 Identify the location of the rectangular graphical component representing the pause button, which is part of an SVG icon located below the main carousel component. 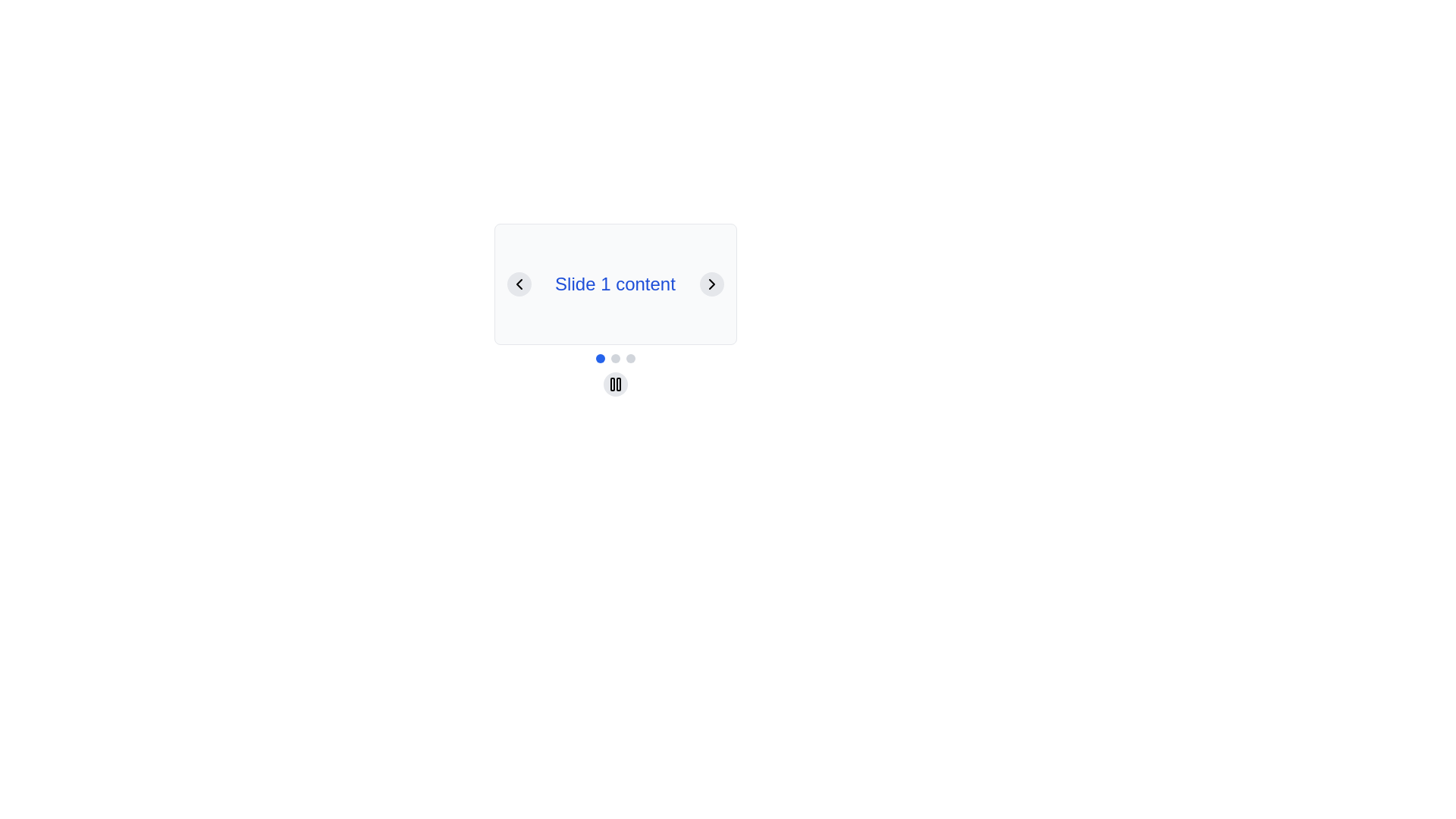
(612, 383).